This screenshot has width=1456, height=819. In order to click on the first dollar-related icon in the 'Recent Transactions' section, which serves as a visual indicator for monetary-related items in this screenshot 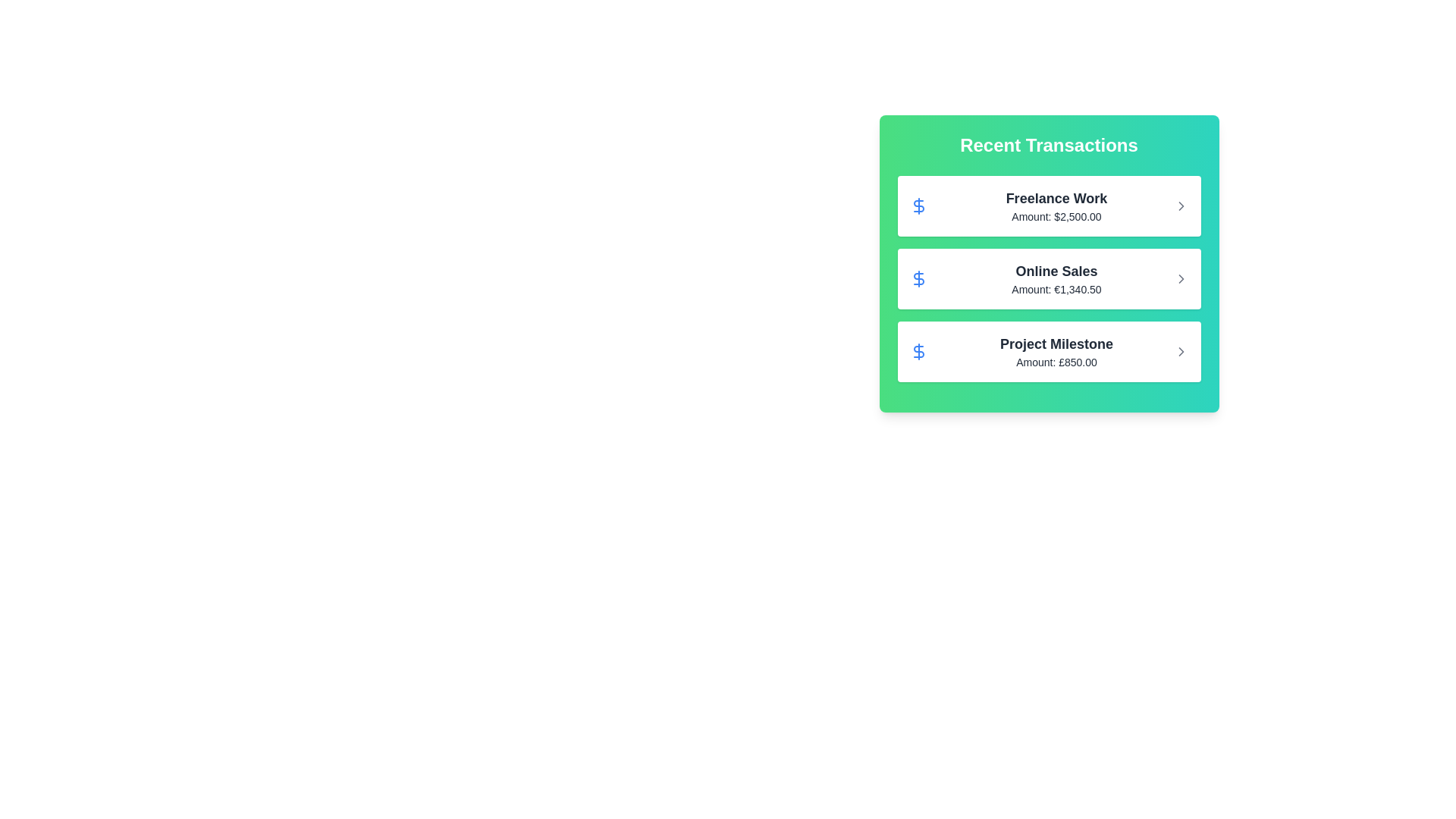, I will do `click(918, 206)`.